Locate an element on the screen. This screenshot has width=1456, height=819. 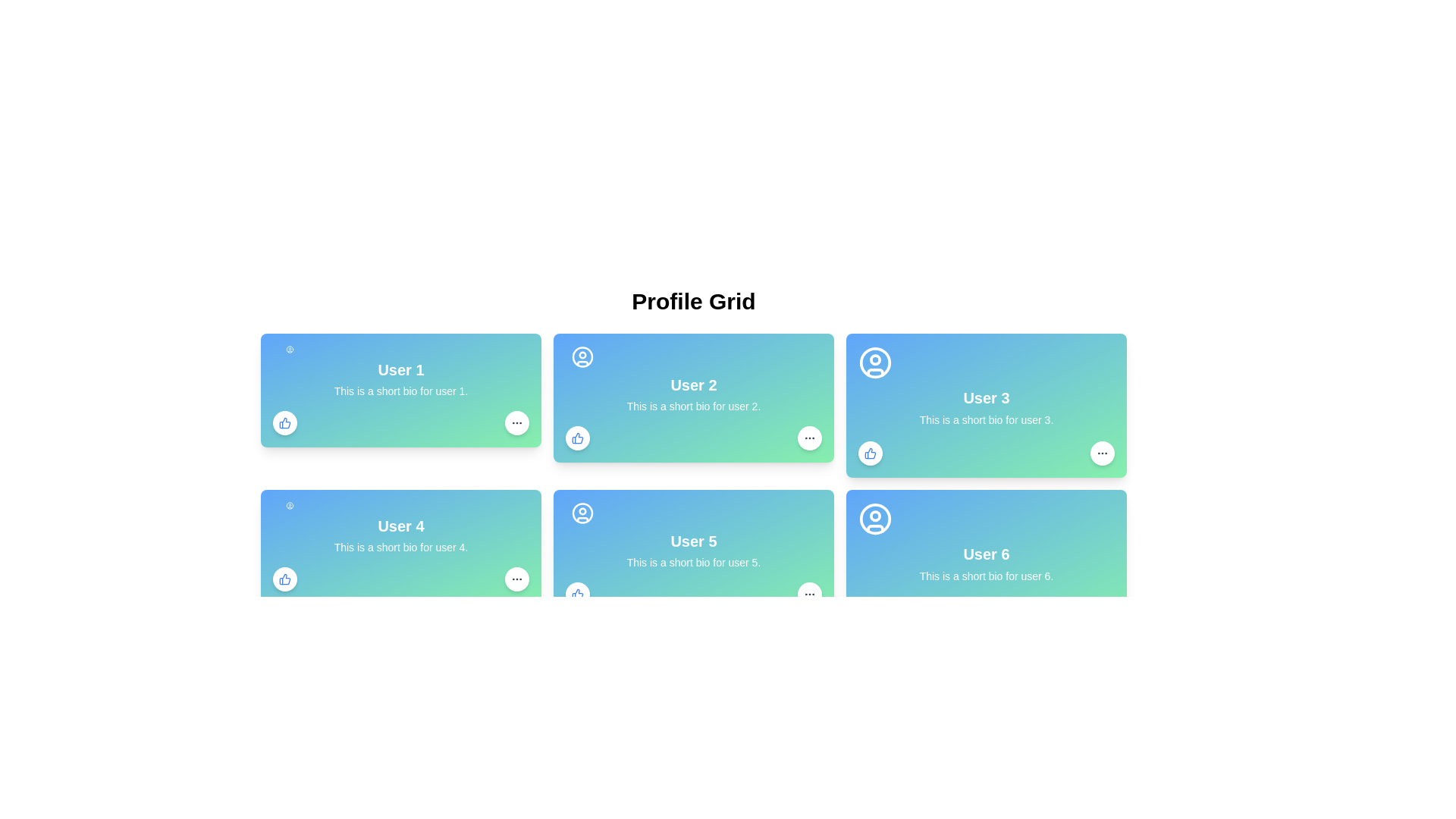
the circular vector graphic icon located within the card labeled 'User 2' is located at coordinates (582, 356).